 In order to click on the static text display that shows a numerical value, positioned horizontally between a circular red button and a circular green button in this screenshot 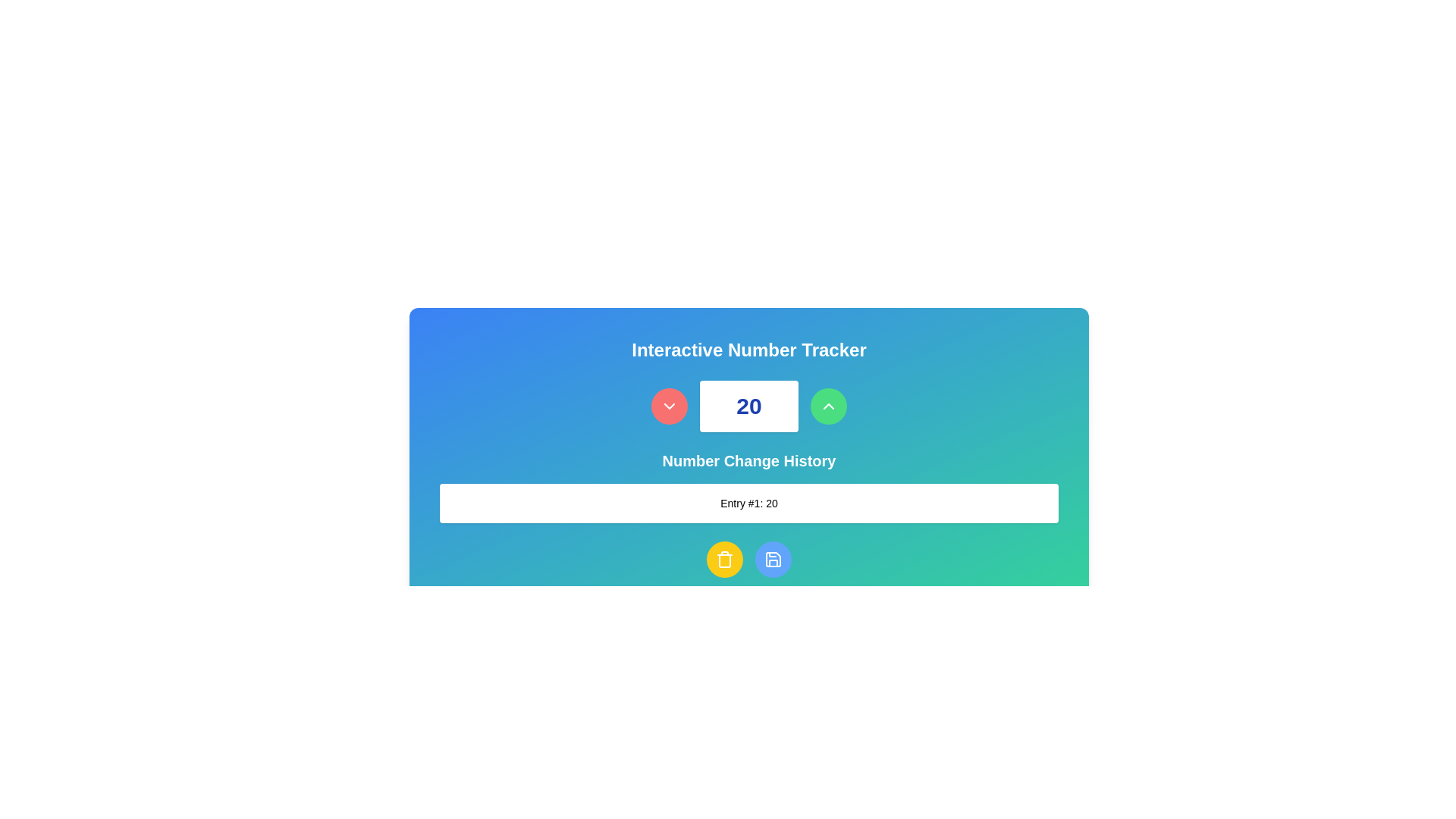, I will do `click(749, 406)`.